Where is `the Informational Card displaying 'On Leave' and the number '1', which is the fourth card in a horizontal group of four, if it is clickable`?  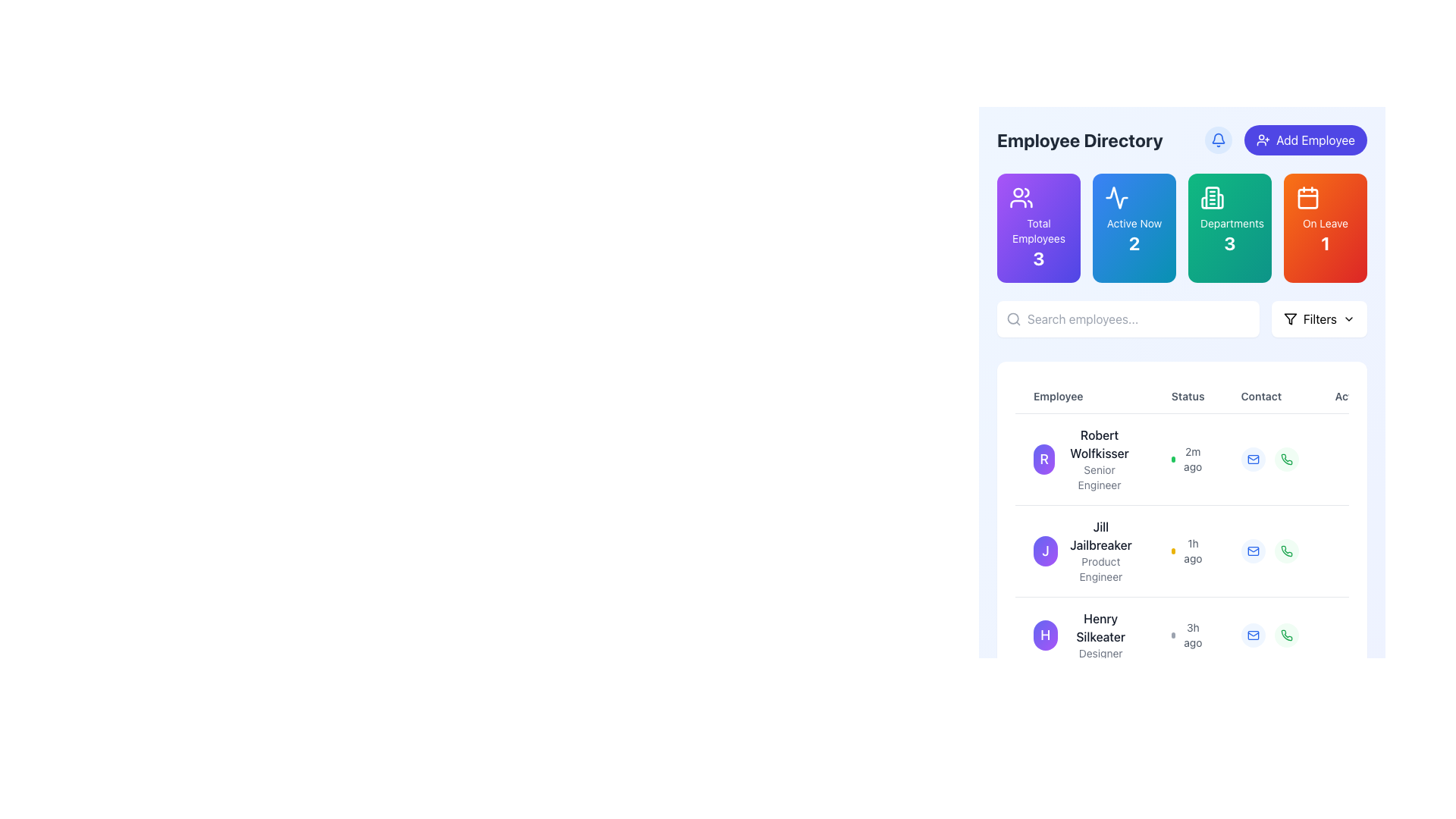
the Informational Card displaying 'On Leave' and the number '1', which is the fourth card in a horizontal group of four, if it is clickable is located at coordinates (1324, 227).